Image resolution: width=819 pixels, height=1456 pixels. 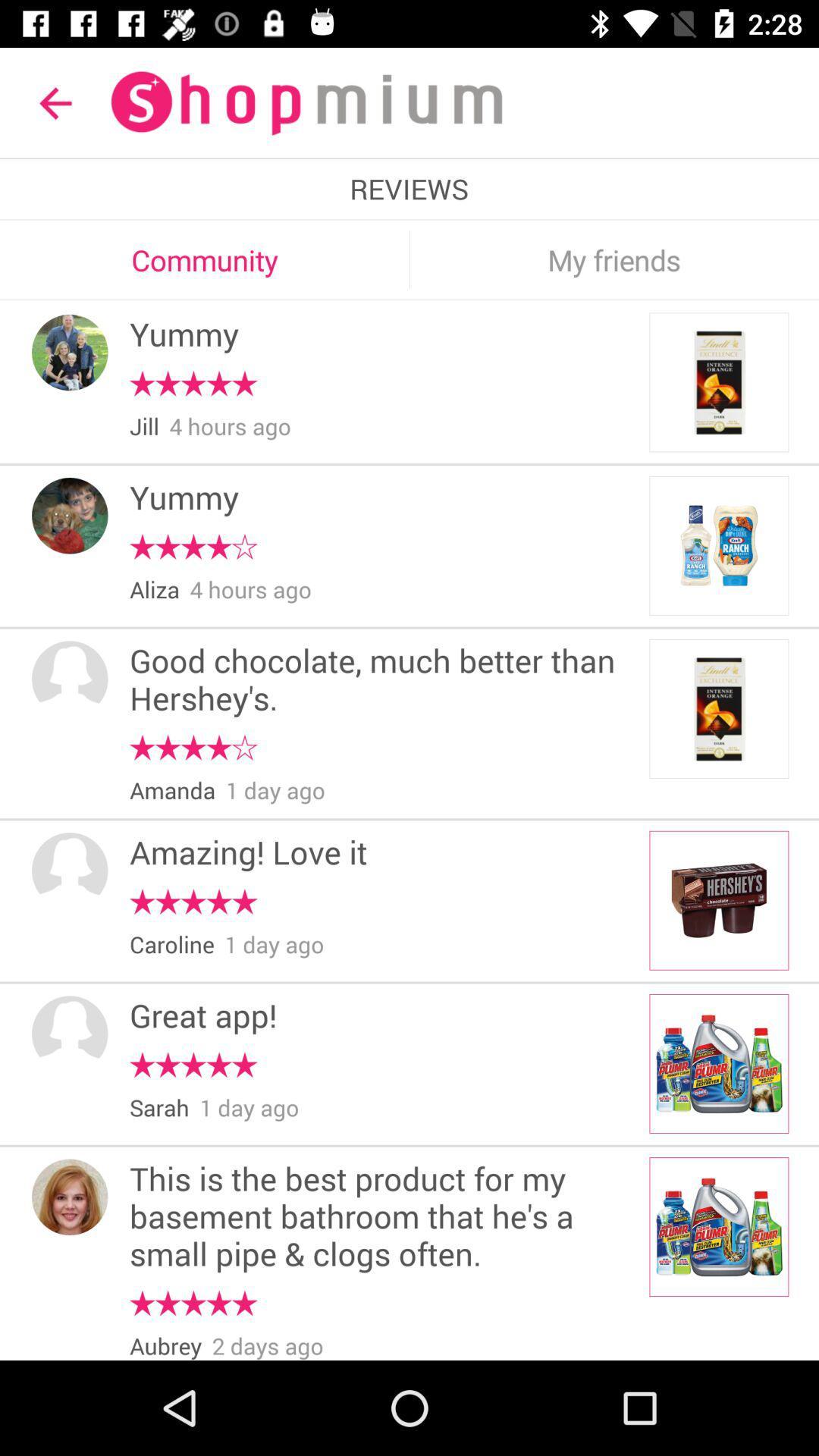 What do you see at coordinates (70, 678) in the screenshot?
I see `the profile icon in the third block` at bounding box center [70, 678].